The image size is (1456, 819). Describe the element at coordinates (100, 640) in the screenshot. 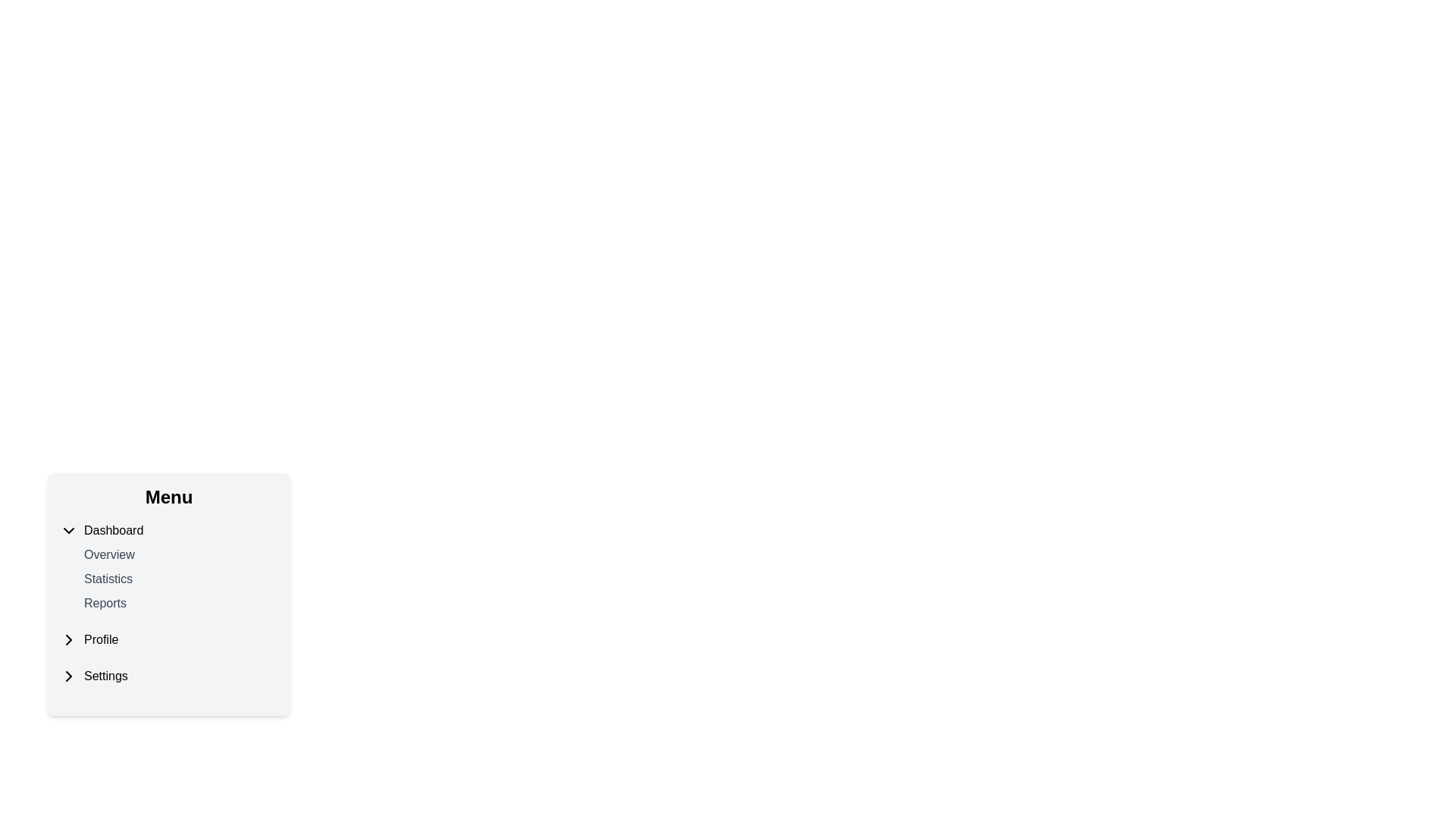

I see `the profile menu item label located in the vertical navigation menu under the 'Menu' heading, positioned between a chevron icon and the 'Settings' option` at that location.